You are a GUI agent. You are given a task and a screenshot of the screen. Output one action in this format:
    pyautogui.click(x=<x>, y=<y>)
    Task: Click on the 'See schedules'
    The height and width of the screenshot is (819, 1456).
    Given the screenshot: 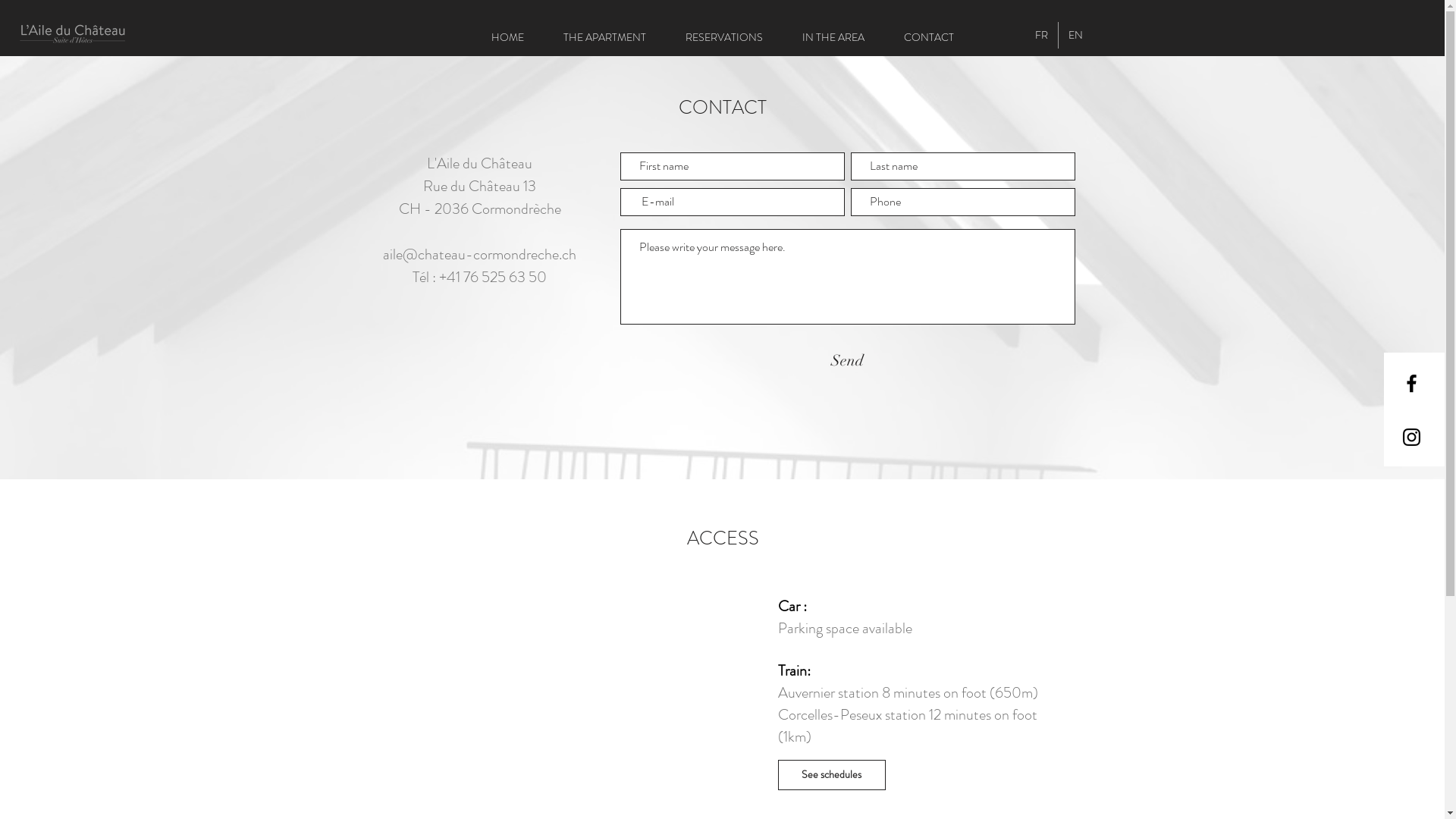 What is the action you would take?
    pyautogui.click(x=778, y=775)
    